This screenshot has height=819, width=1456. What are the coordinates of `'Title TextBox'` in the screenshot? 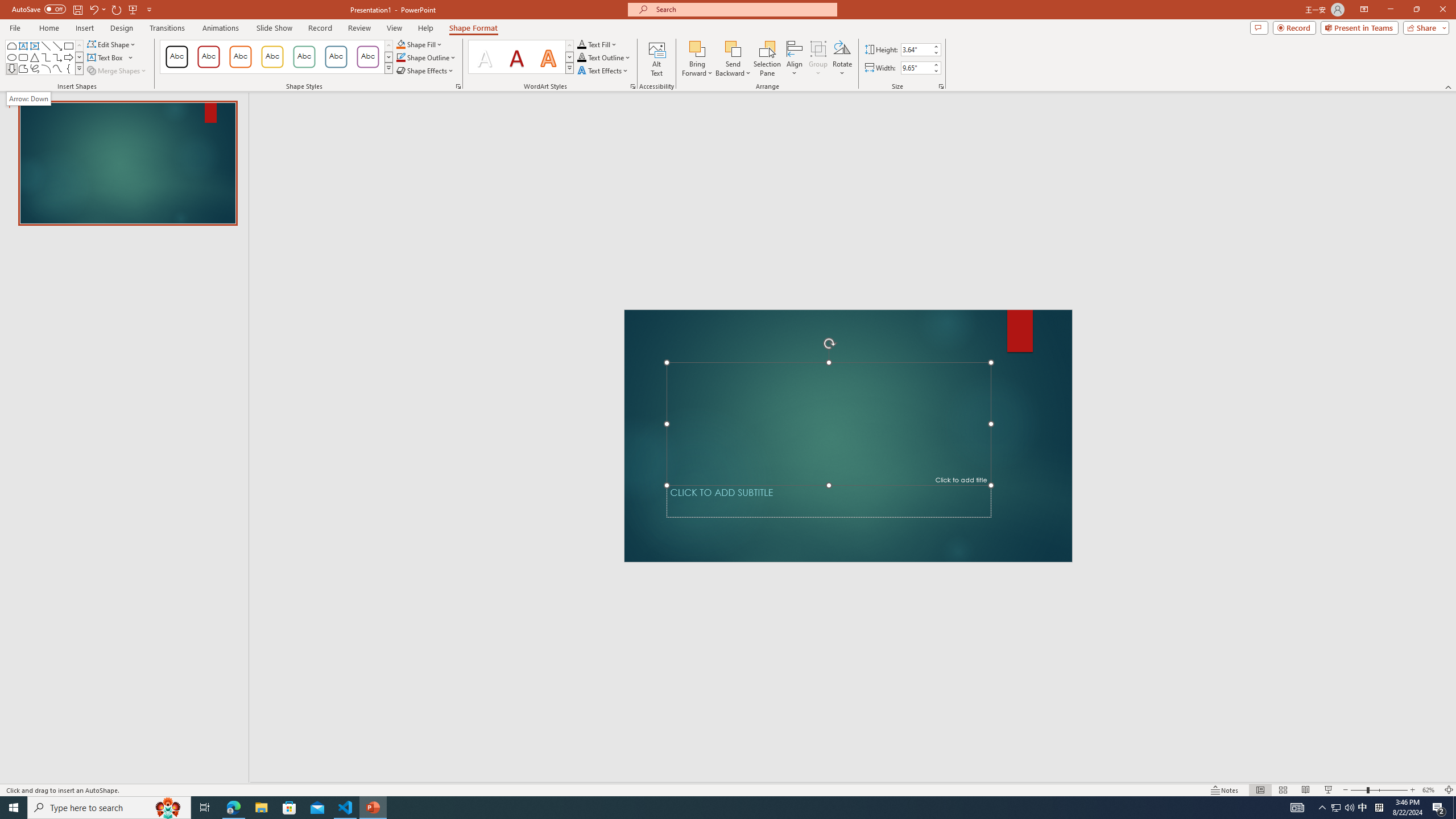 It's located at (828, 423).